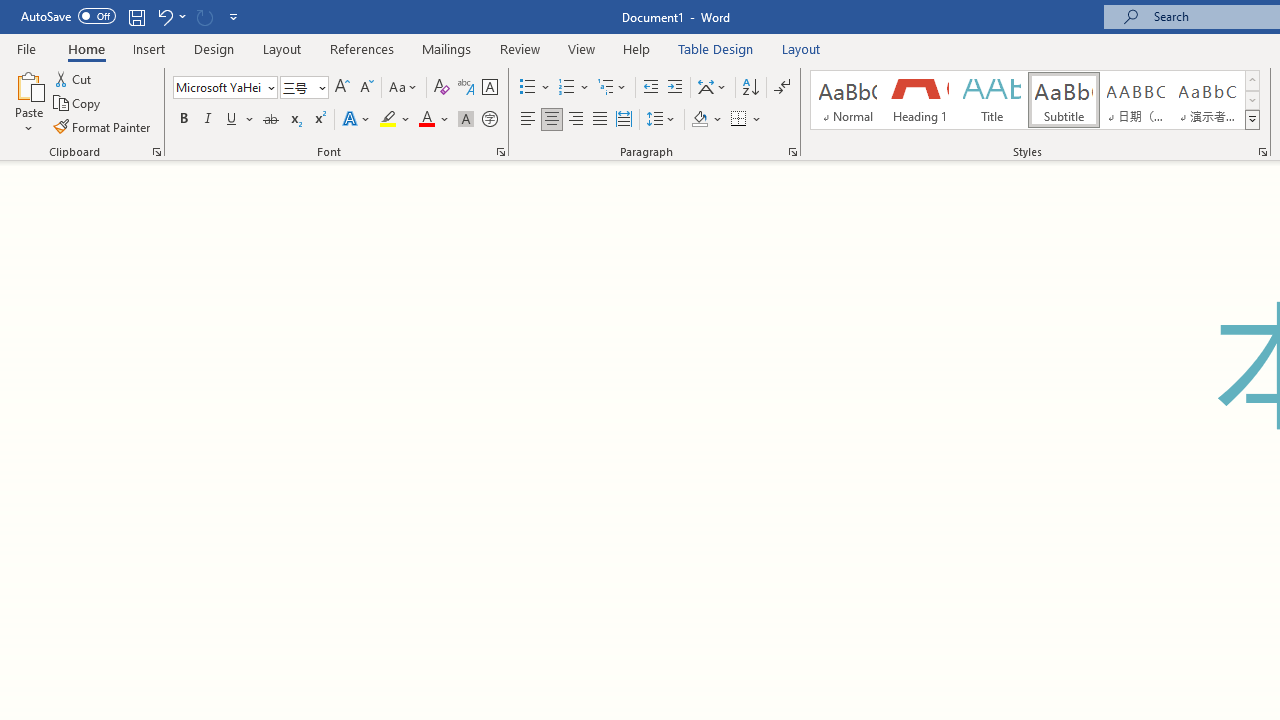  I want to click on 'Bullets', so click(528, 86).